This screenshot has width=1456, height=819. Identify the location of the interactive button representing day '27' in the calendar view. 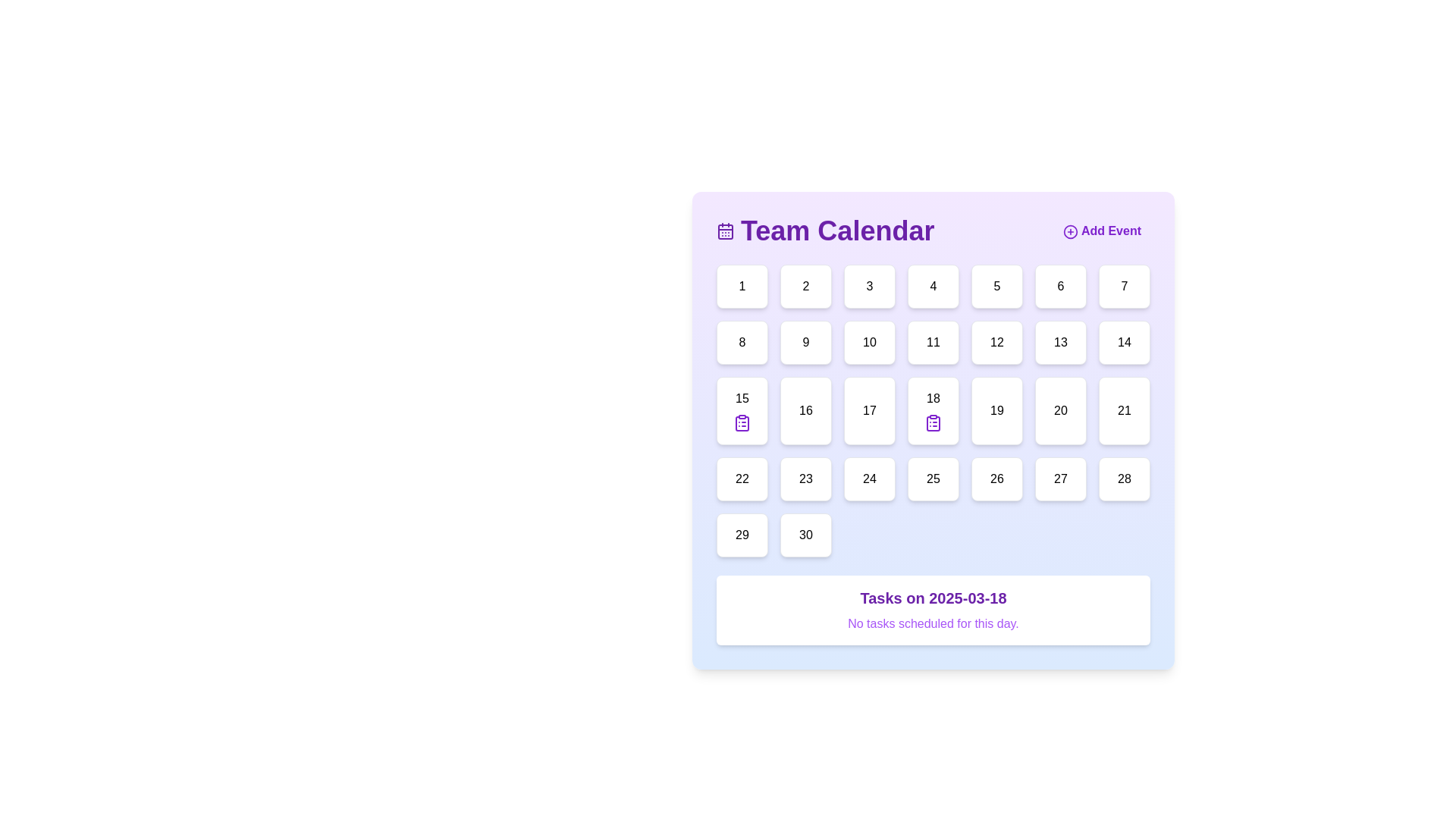
(1059, 479).